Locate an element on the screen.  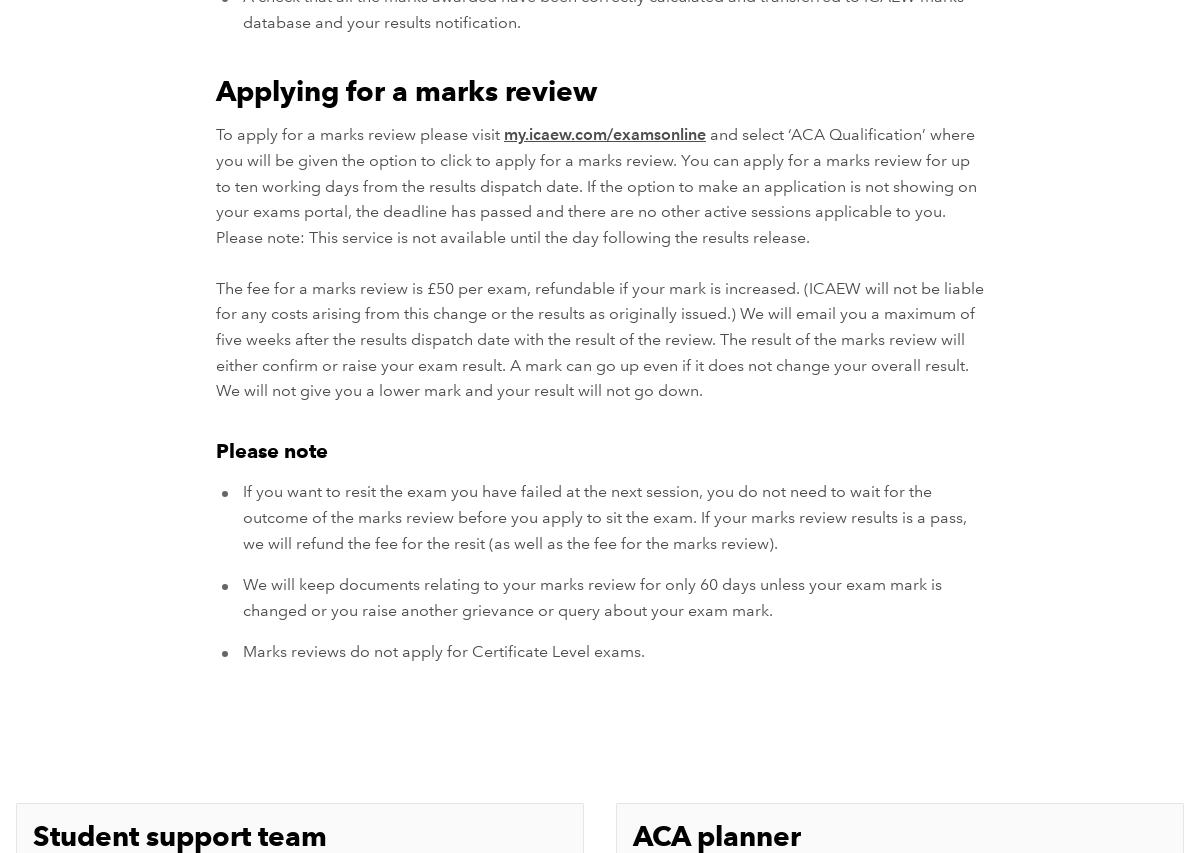
'Applying for a marks review' is located at coordinates (215, 88).